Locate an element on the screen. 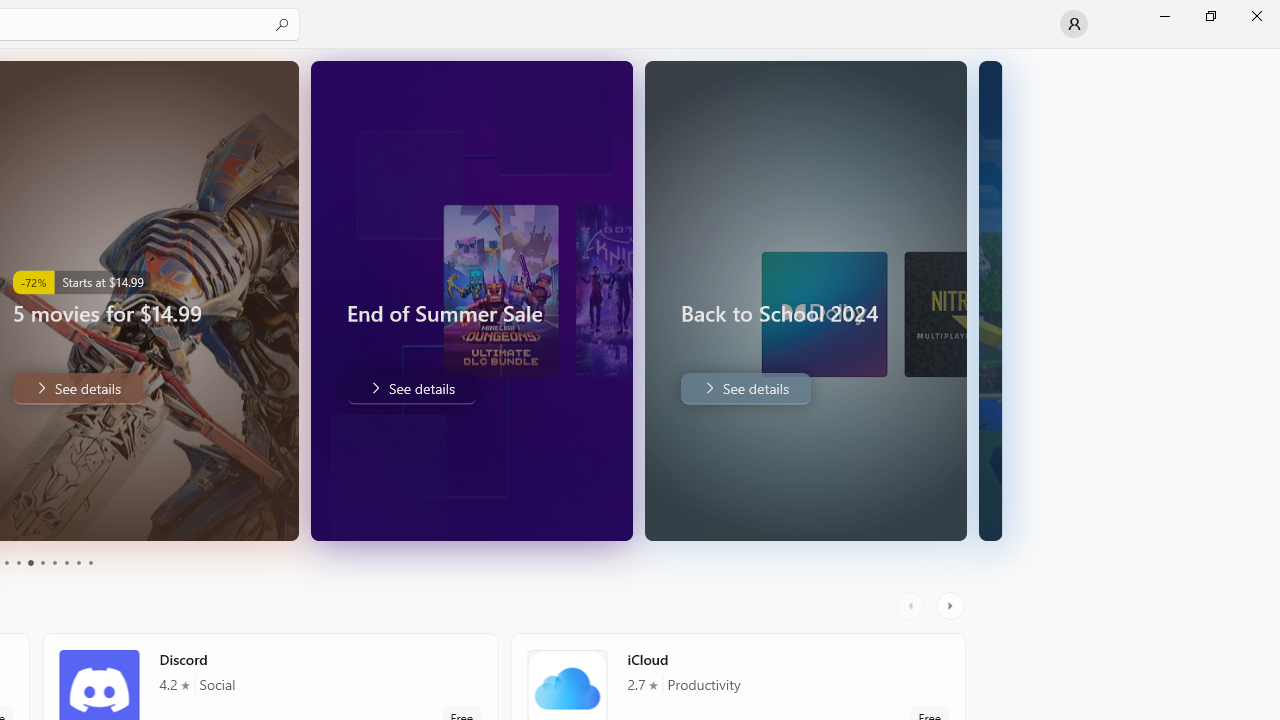 Image resolution: width=1280 pixels, height=720 pixels. 'Page 7' is located at coordinates (54, 563).